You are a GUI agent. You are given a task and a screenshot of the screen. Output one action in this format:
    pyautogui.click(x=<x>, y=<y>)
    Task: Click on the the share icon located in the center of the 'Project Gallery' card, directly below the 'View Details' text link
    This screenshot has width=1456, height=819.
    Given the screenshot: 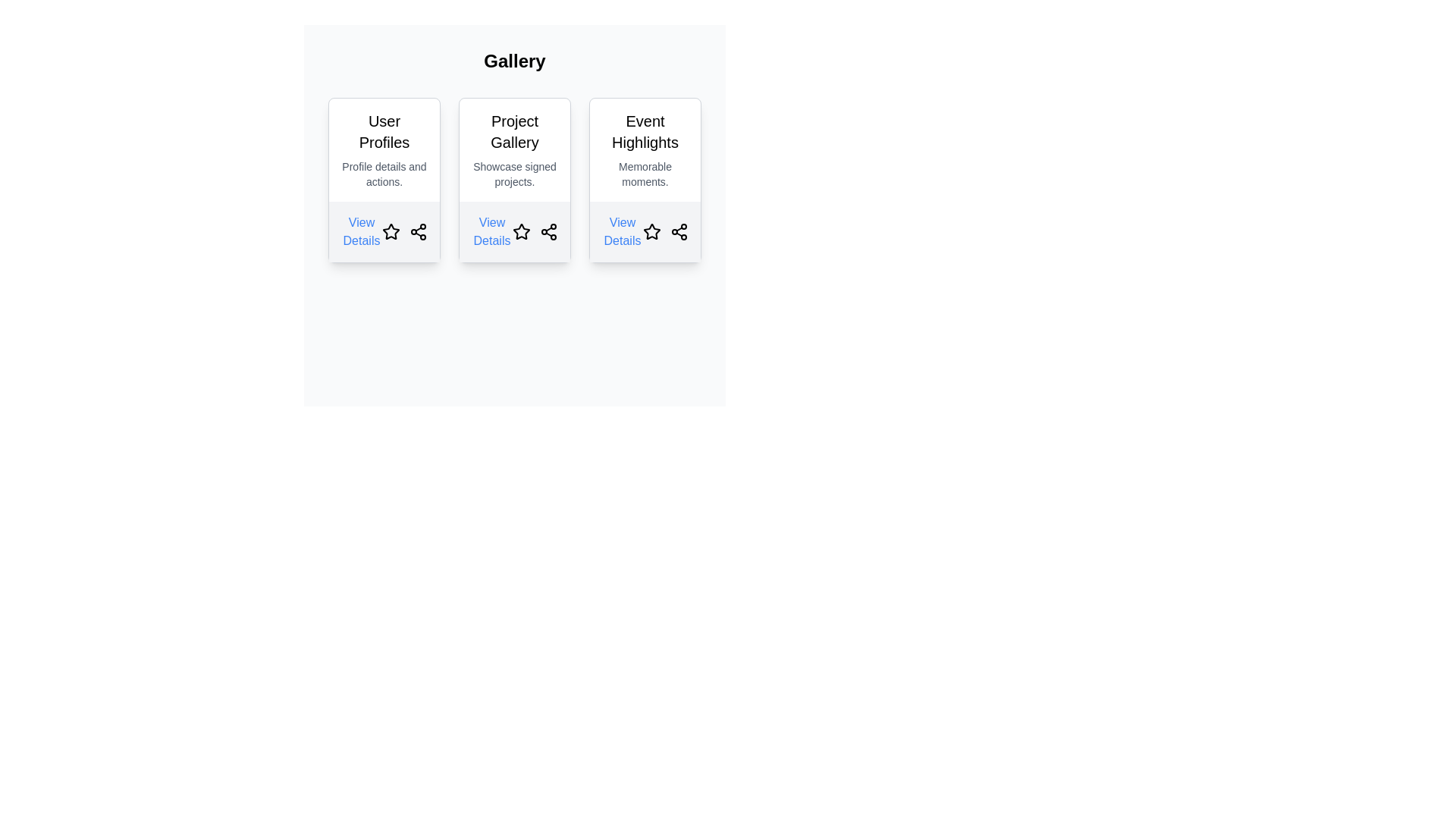 What is the action you would take?
    pyautogui.click(x=535, y=231)
    